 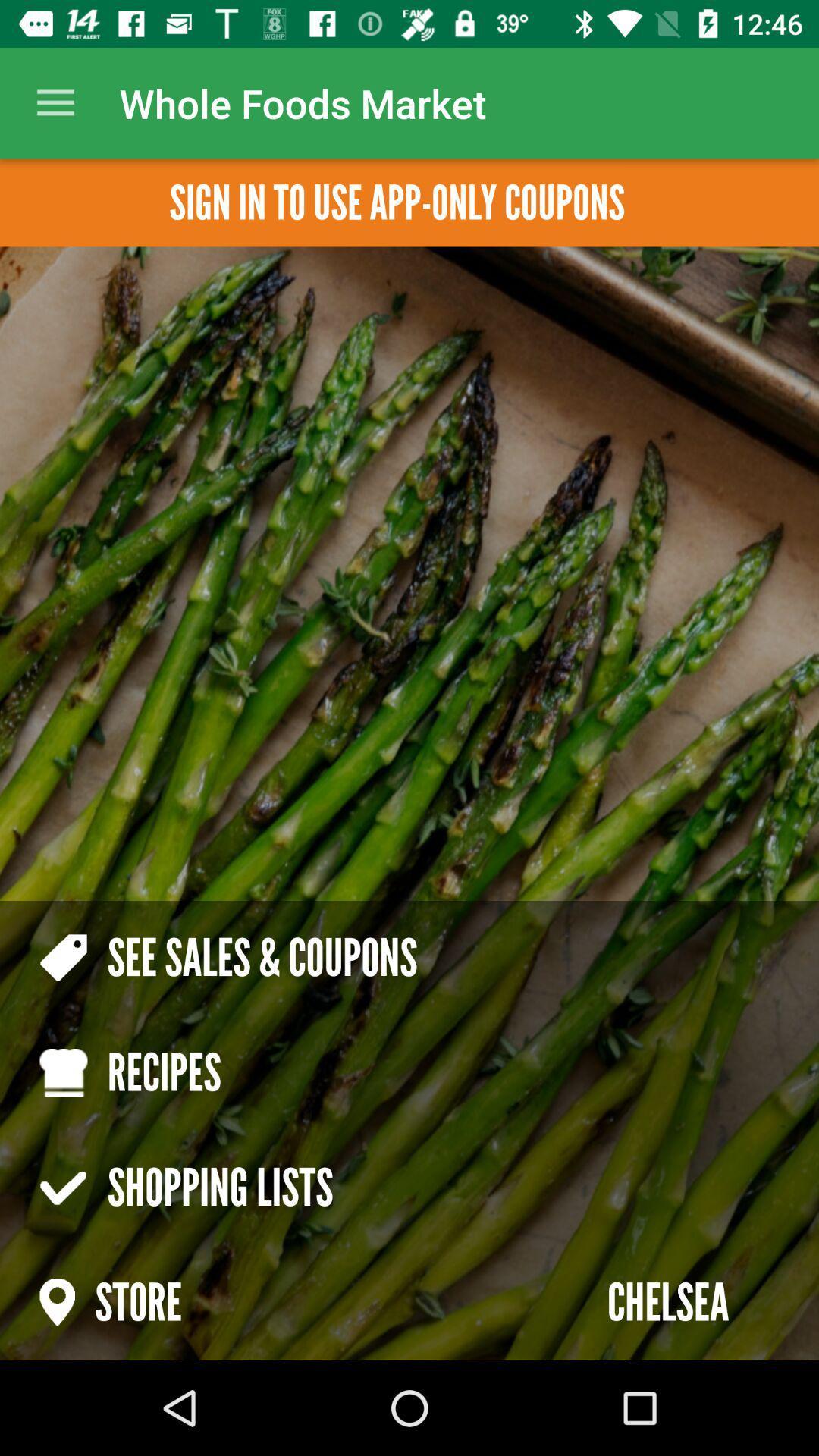 I want to click on the icon at the top left corner, so click(x=55, y=102).